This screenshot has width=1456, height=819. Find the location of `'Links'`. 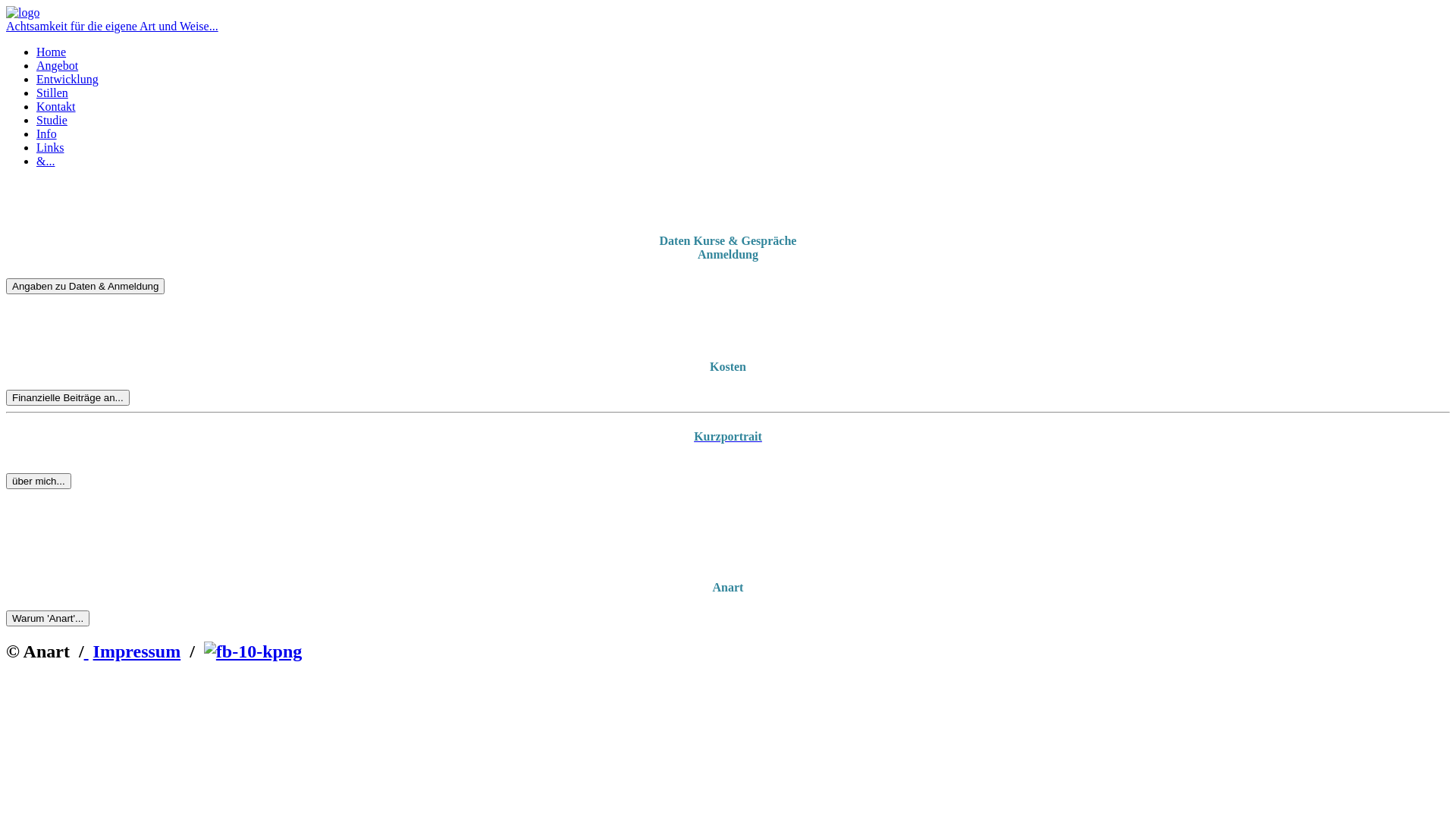

'Links' is located at coordinates (50, 147).